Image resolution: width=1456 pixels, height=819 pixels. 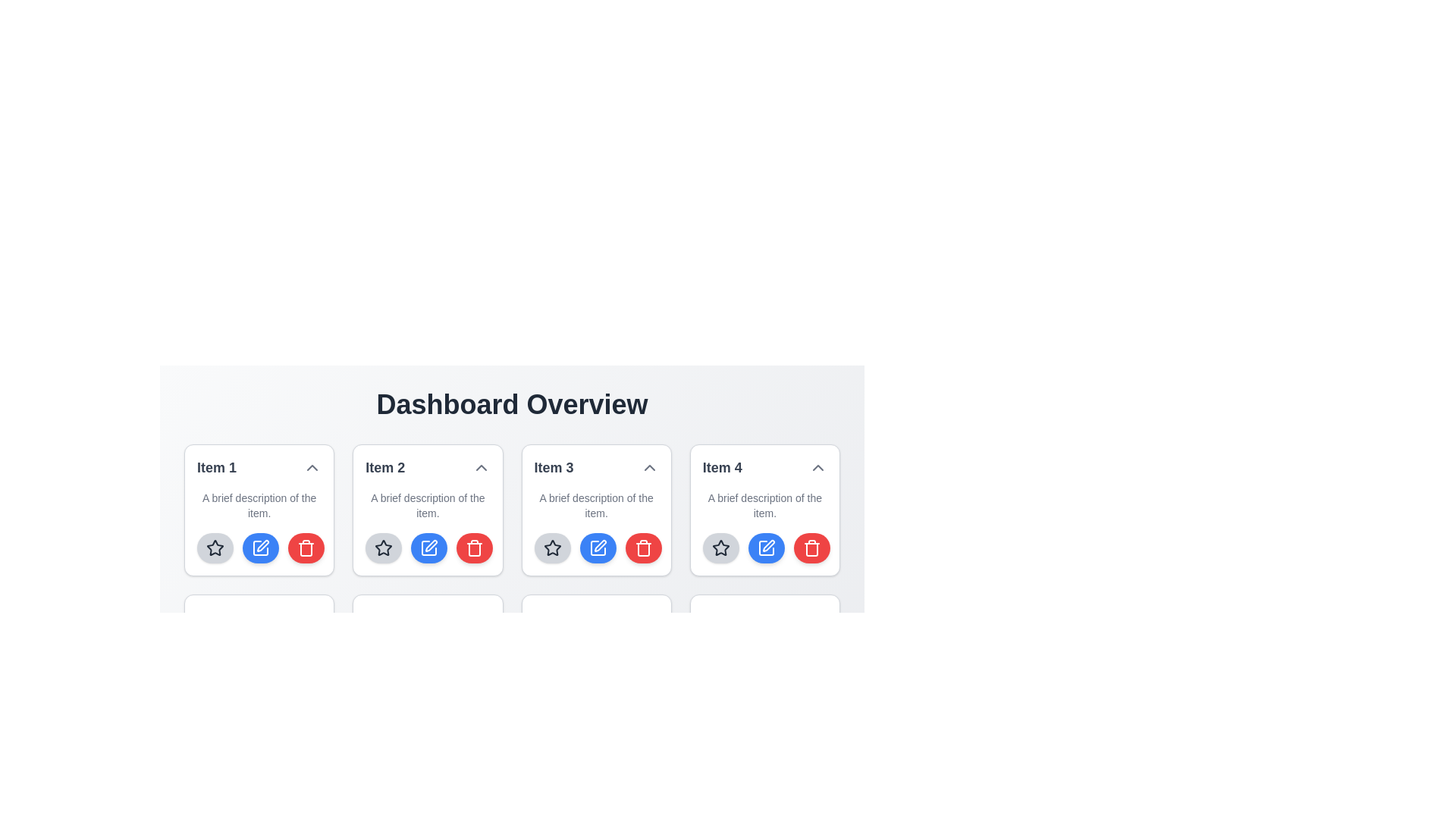 What do you see at coordinates (551, 548) in the screenshot?
I see `the star-shaped icon button located as the leftmost icon in the action button row of the third card under the 'Dashboard Overview' section to mark it` at bounding box center [551, 548].